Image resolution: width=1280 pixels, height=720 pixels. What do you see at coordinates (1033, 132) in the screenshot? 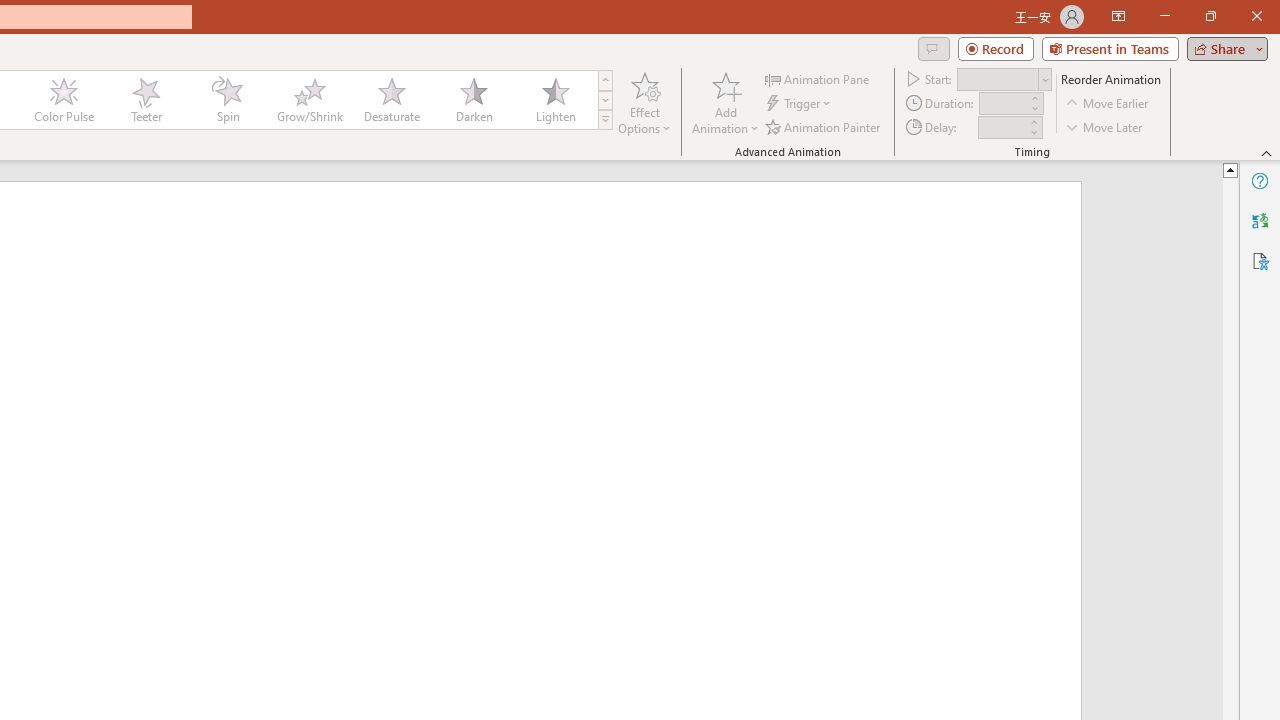
I see `'Less'` at bounding box center [1033, 132].